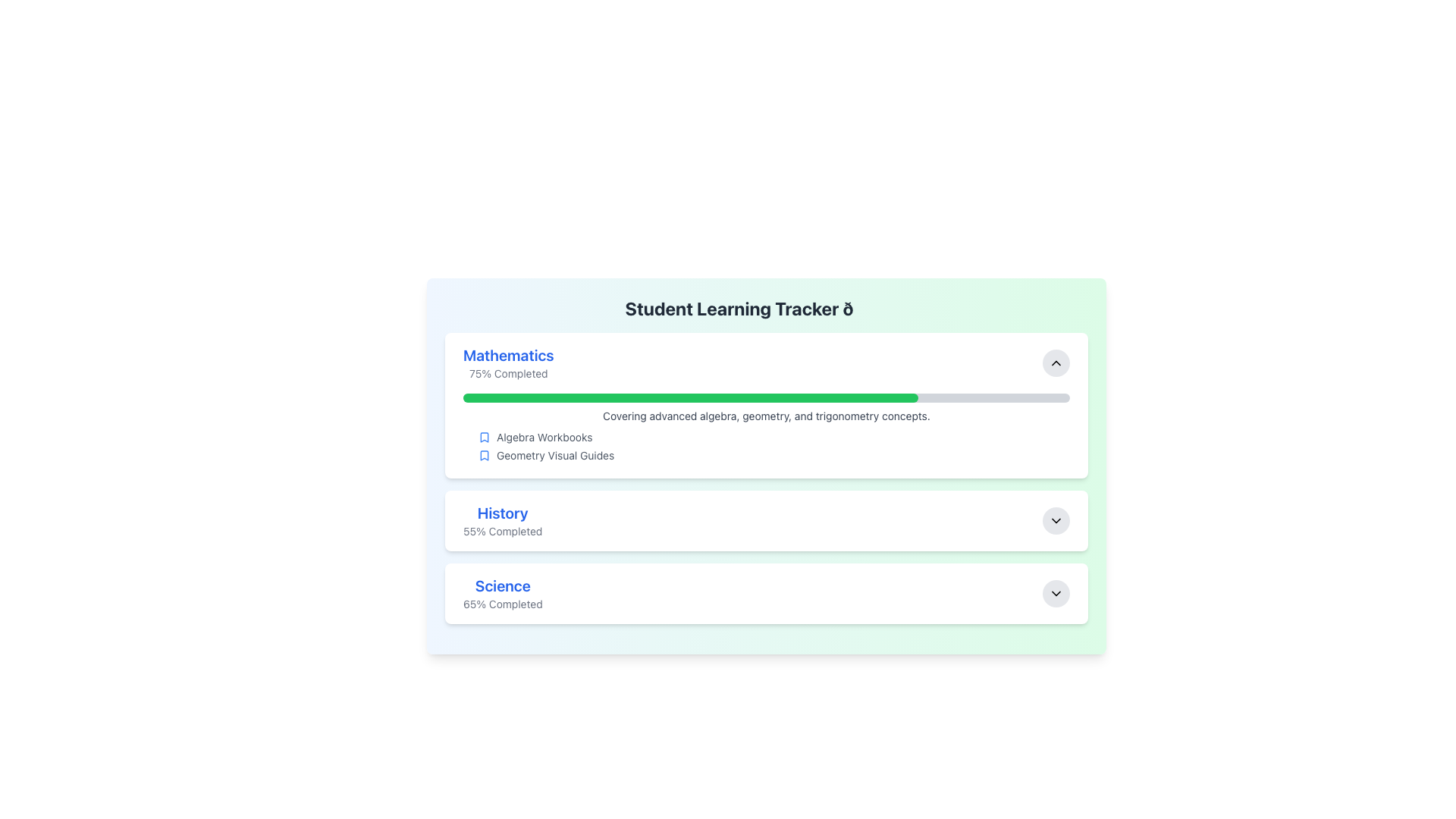  Describe the element at coordinates (767, 397) in the screenshot. I see `Progress bar located in the Mathematics section of the Student Learning Tracker interface, which is styled with rounded edges and currently shows 75% completion` at that location.